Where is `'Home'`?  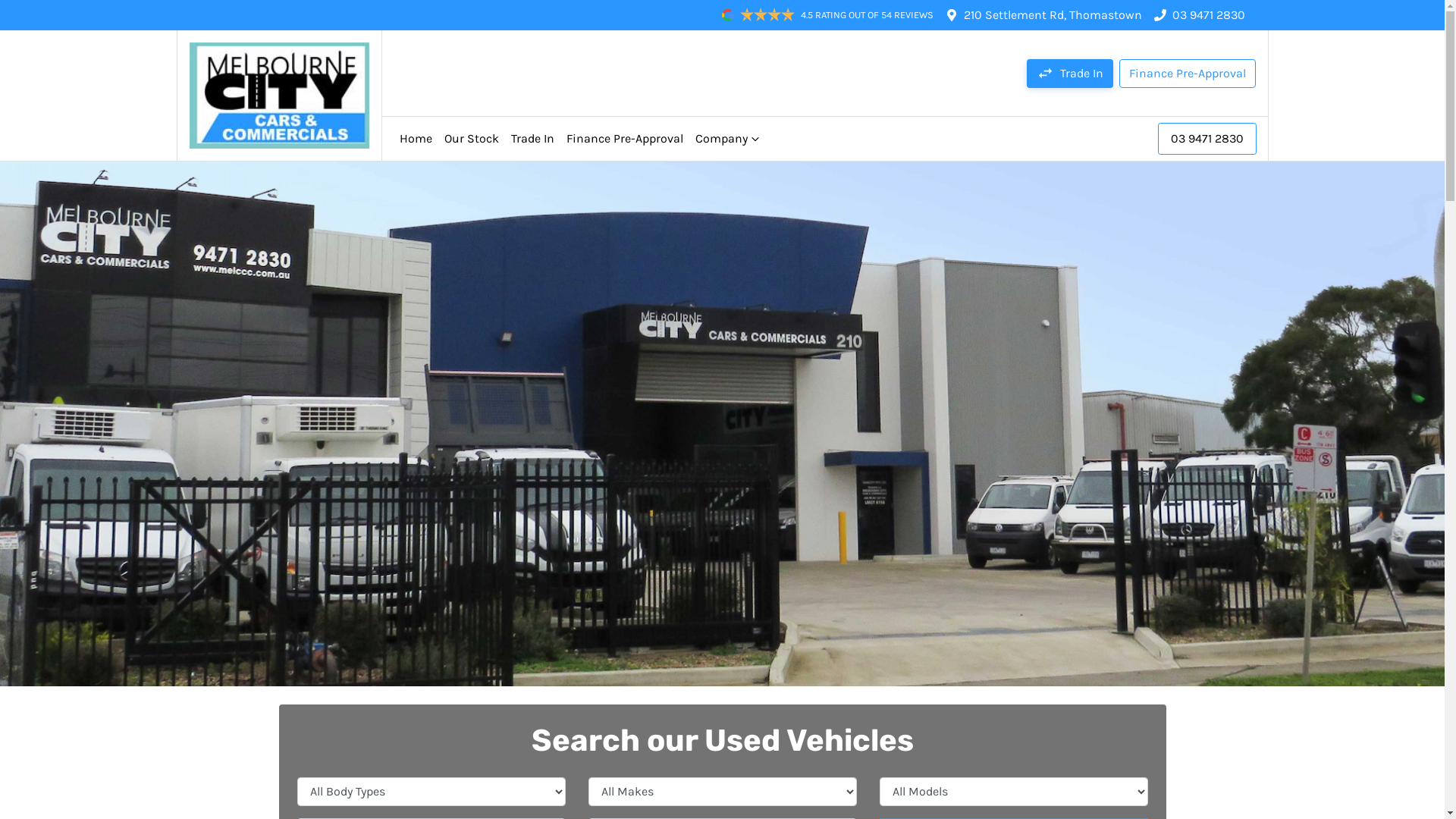
'Home' is located at coordinates (416, 138).